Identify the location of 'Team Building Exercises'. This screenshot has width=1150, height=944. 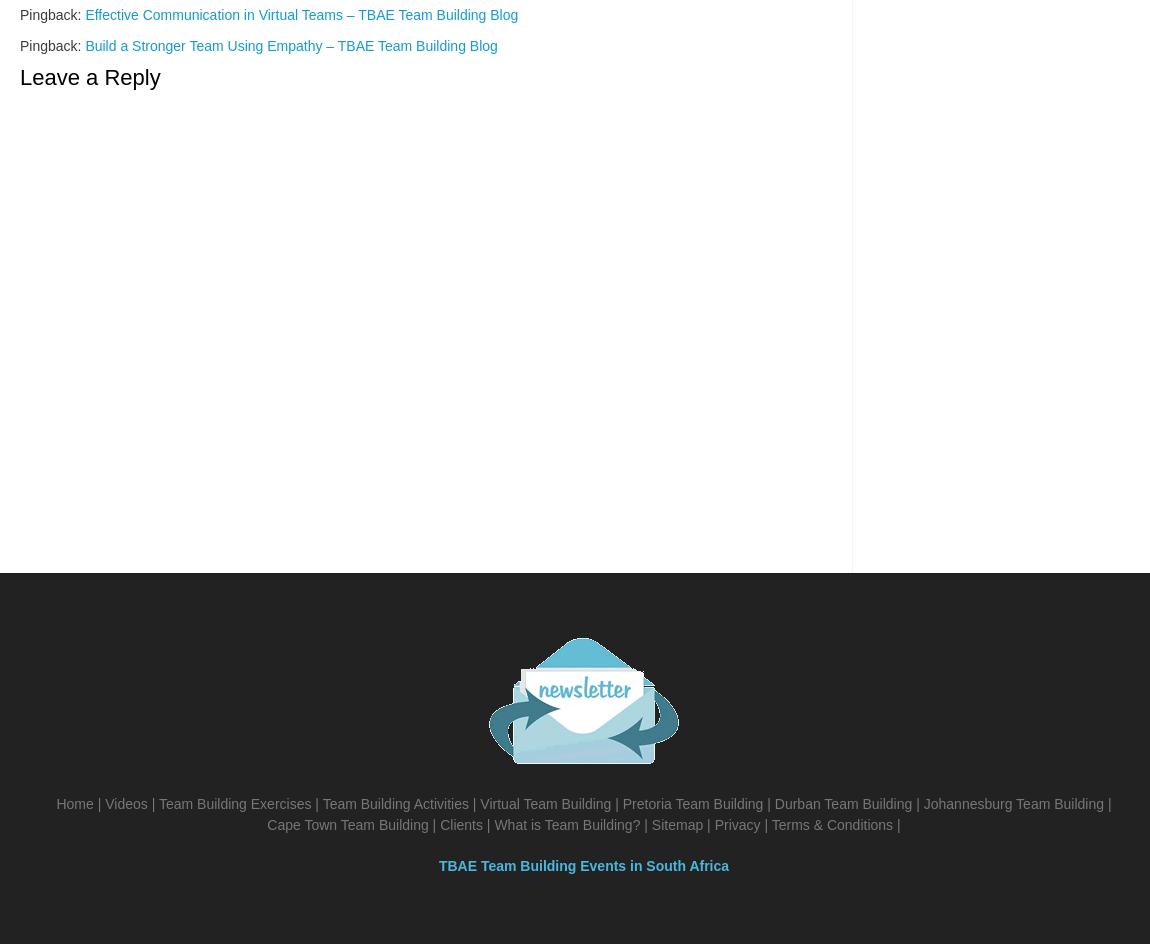
(157, 803).